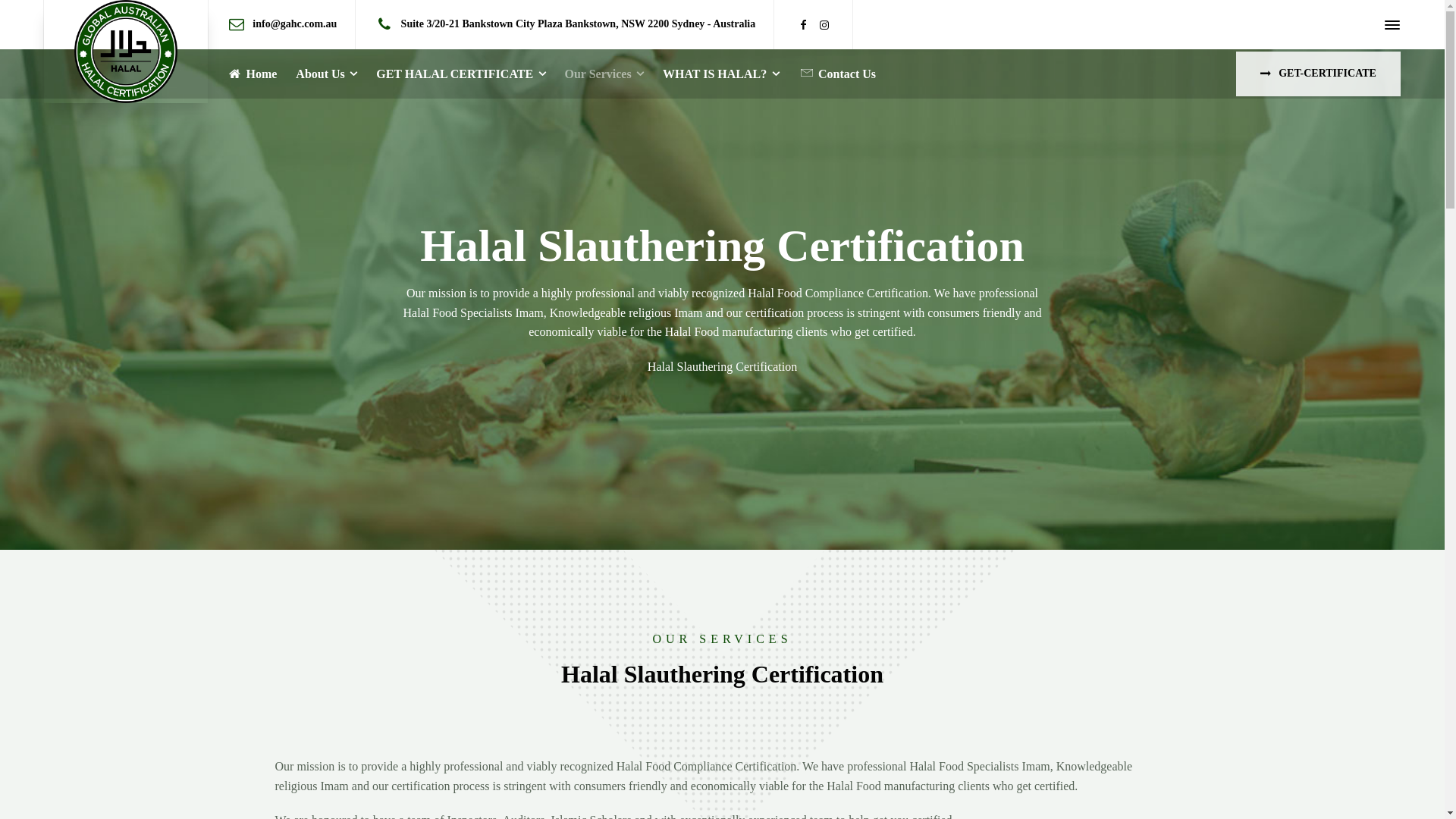  What do you see at coordinates (126, 51) in the screenshot?
I see `'GAHC'` at bounding box center [126, 51].